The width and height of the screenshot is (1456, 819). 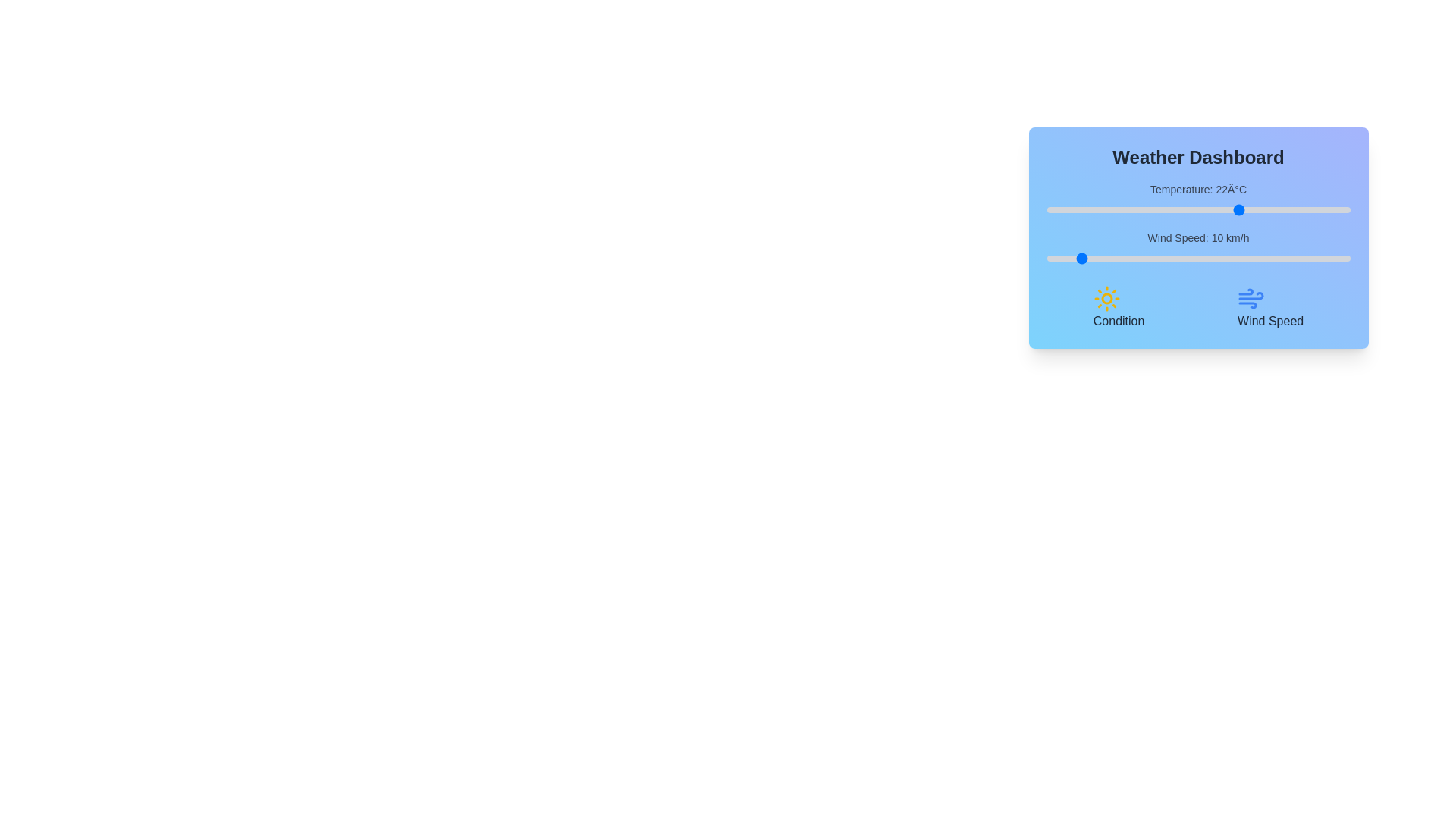 I want to click on the wind speed slider to set the wind speed to 61 km/h, so click(x=1232, y=257).